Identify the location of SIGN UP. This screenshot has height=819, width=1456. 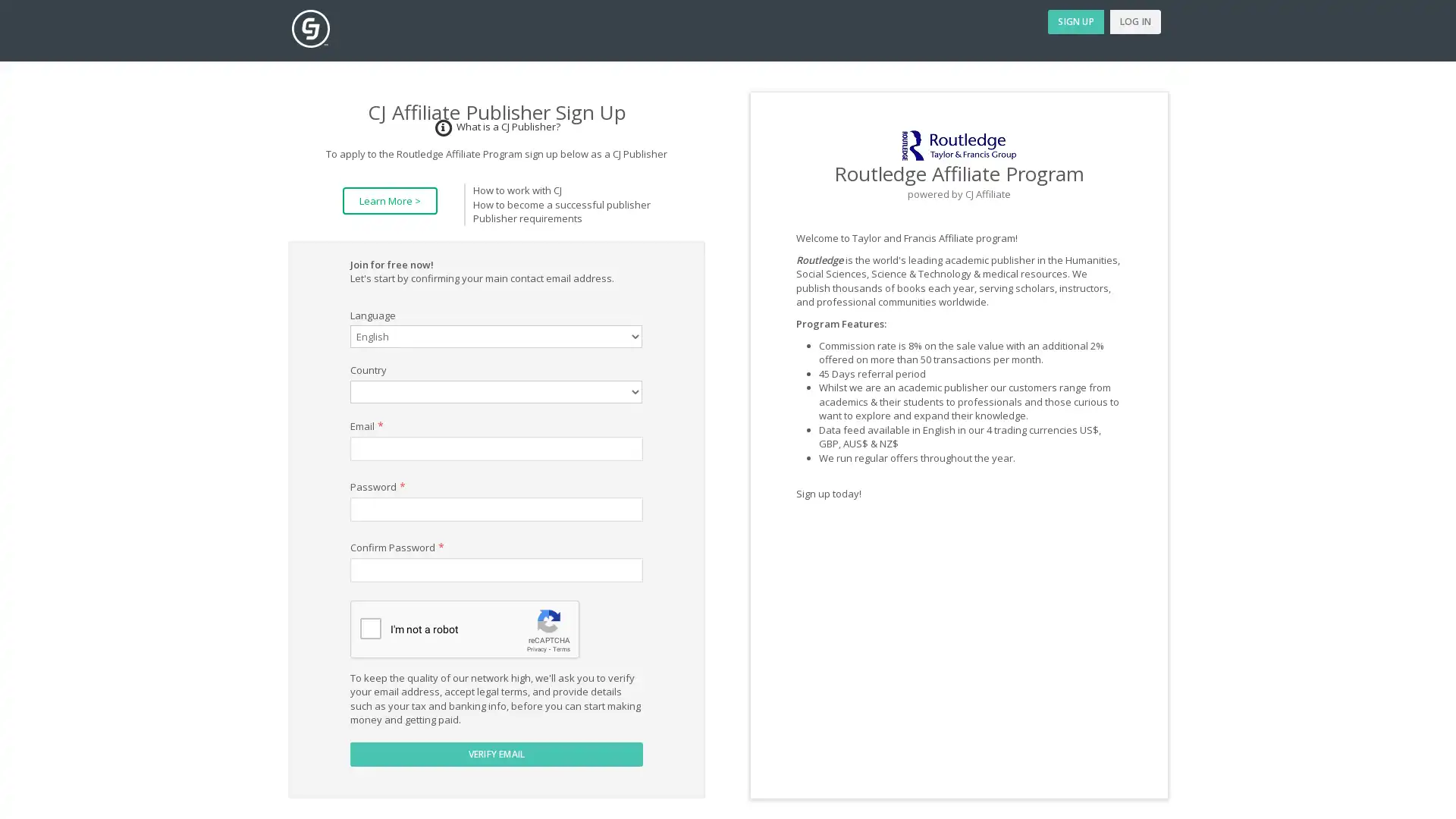
(1075, 22).